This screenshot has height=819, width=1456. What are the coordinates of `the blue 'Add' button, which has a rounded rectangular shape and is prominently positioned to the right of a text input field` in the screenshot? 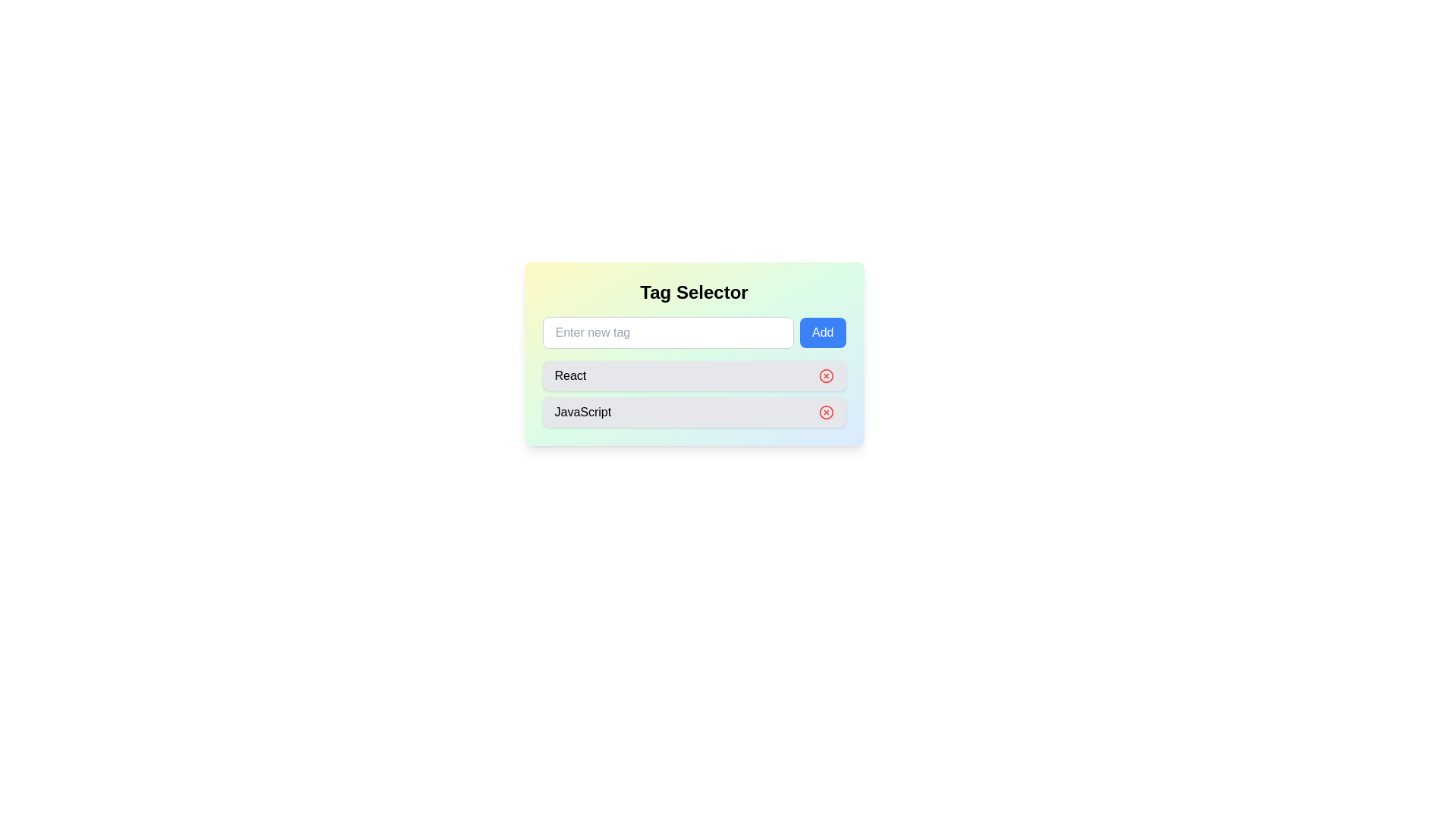 It's located at (822, 332).